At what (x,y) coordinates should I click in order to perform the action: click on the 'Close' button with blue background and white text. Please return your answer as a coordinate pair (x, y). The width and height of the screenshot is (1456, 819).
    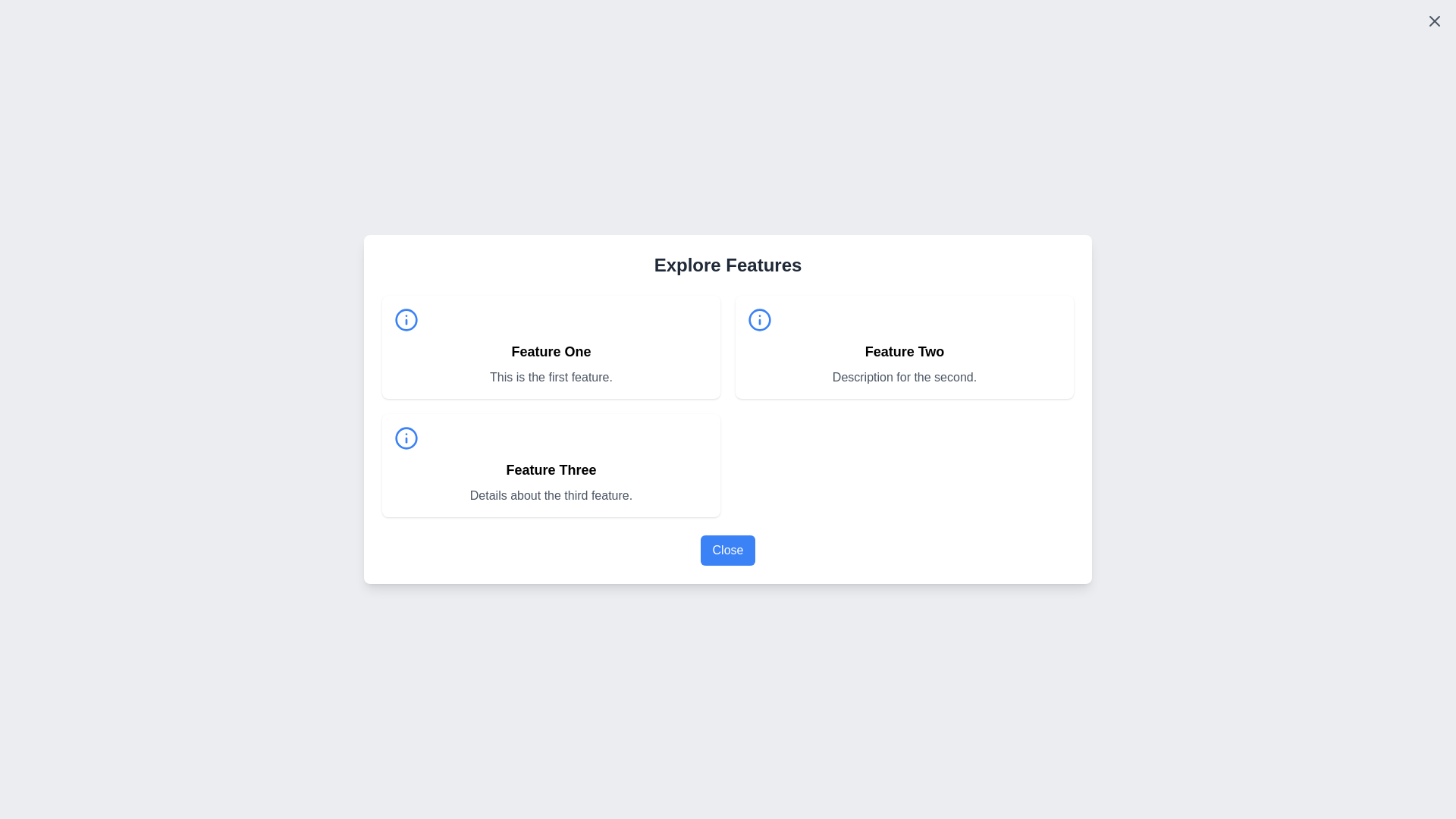
    Looking at the image, I should click on (728, 550).